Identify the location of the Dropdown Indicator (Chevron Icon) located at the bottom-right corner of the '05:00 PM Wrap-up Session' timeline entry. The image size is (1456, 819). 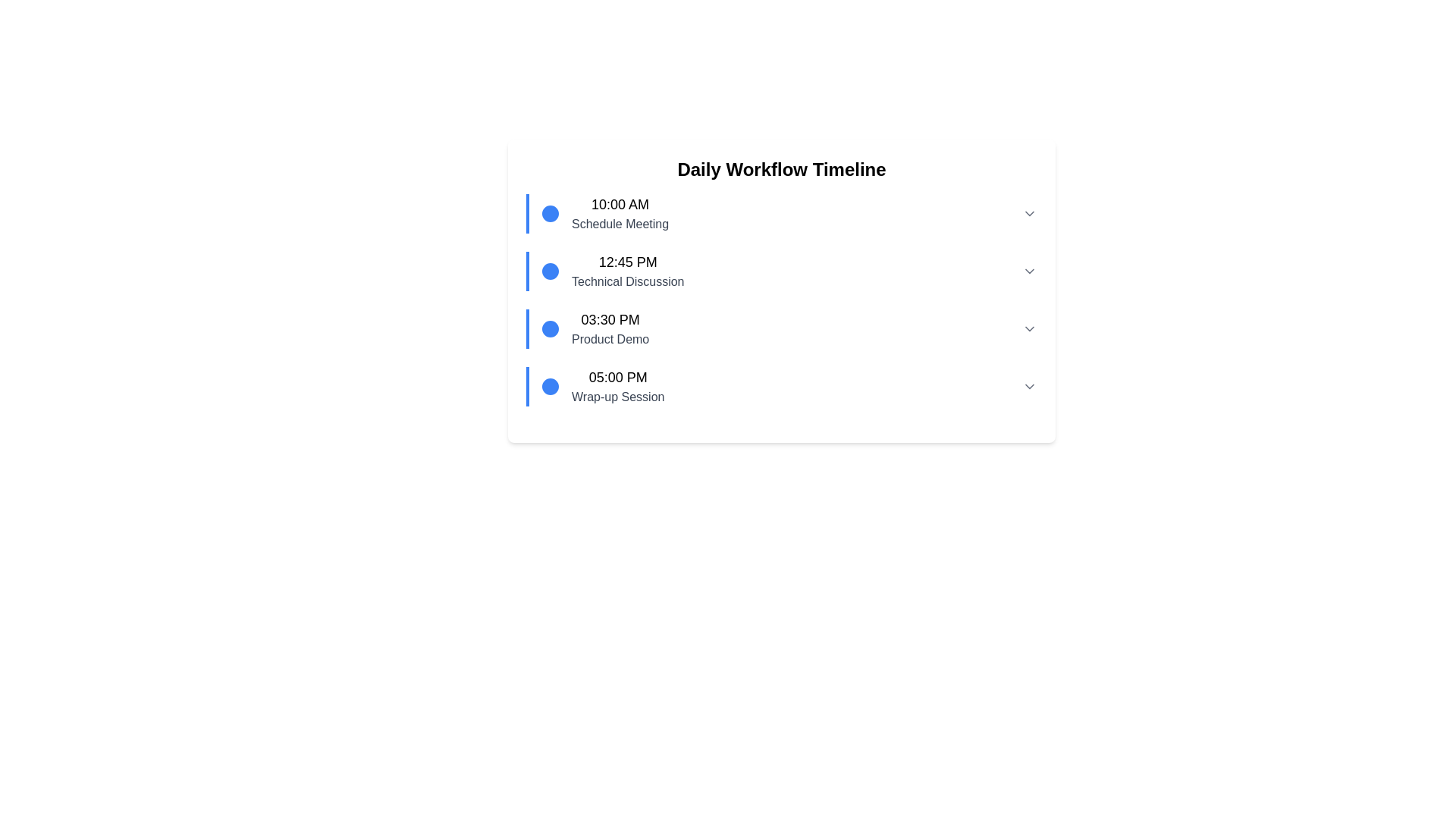
(1030, 385).